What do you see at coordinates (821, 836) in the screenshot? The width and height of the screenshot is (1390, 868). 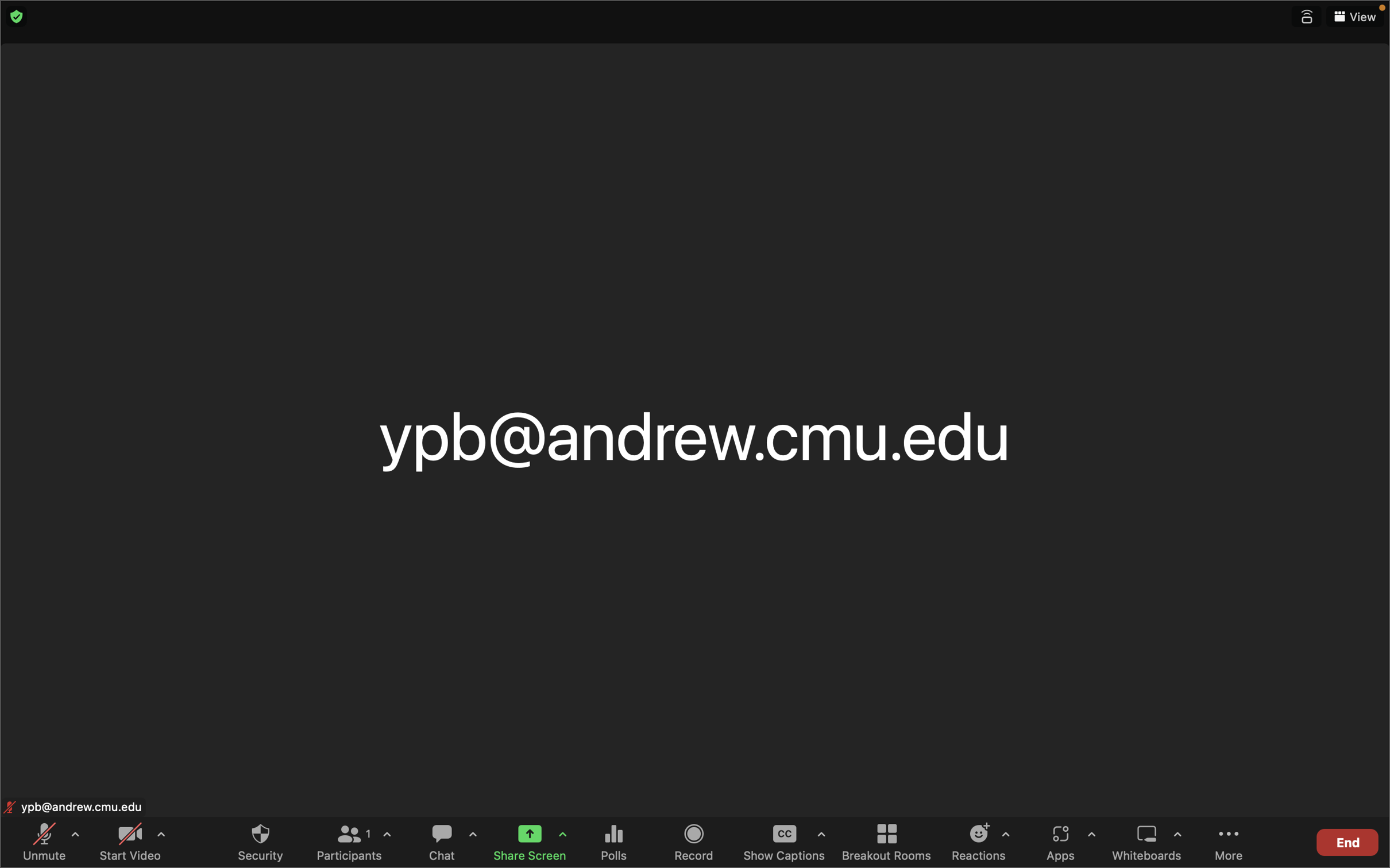 I see `the captions settings` at bounding box center [821, 836].